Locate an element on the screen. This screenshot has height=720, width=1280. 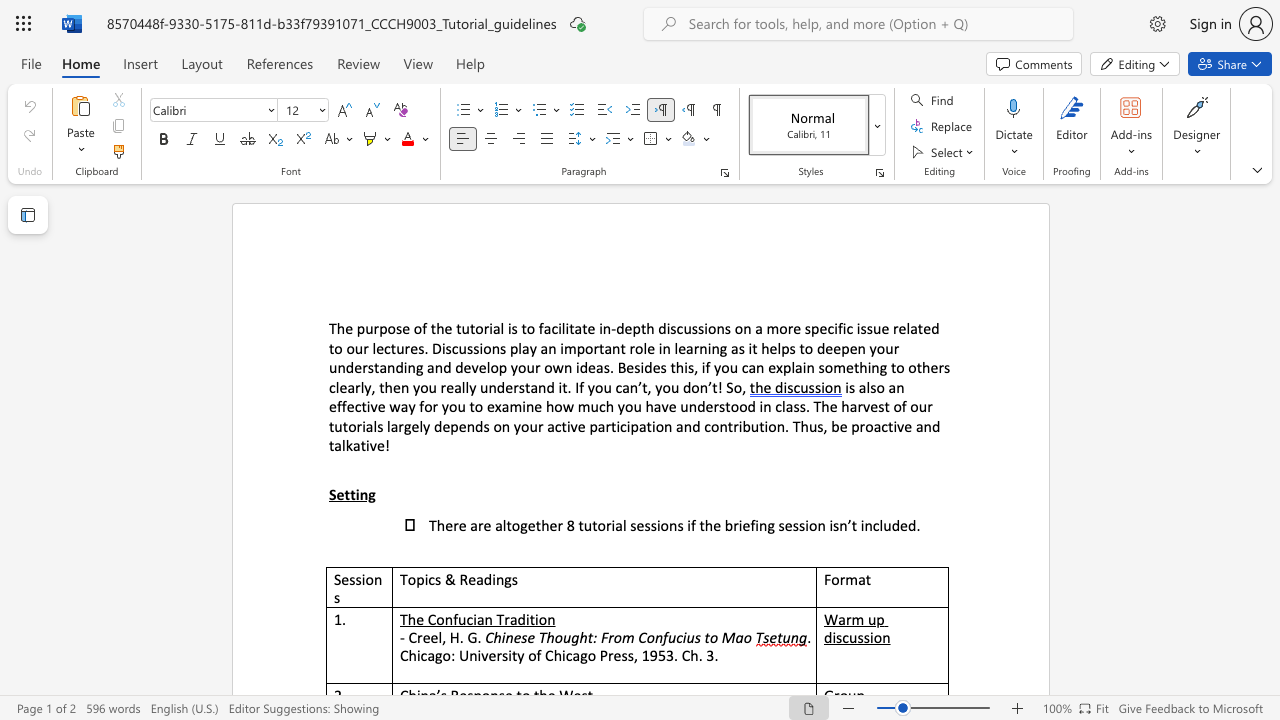
the subset text "nclude" within the text "included." is located at coordinates (864, 524).